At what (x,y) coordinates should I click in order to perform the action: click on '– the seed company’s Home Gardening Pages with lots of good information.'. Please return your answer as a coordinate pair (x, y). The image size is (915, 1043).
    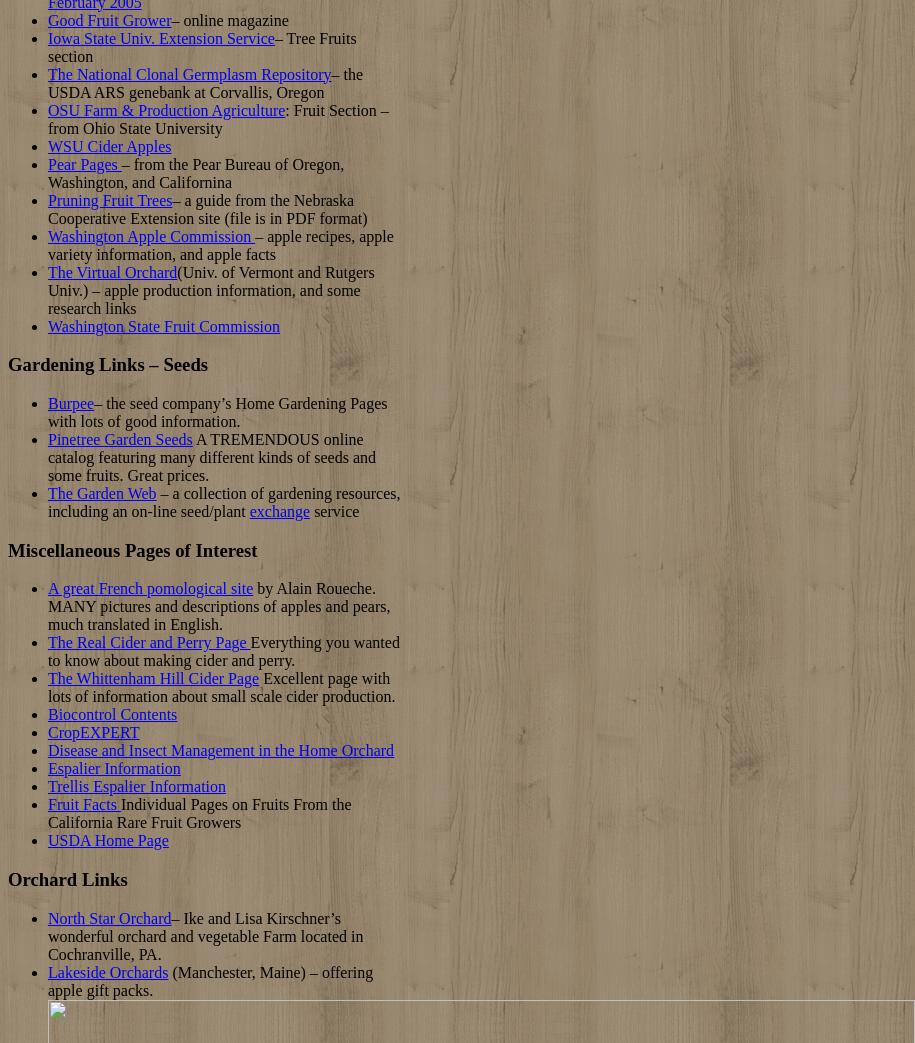
    Looking at the image, I should click on (48, 412).